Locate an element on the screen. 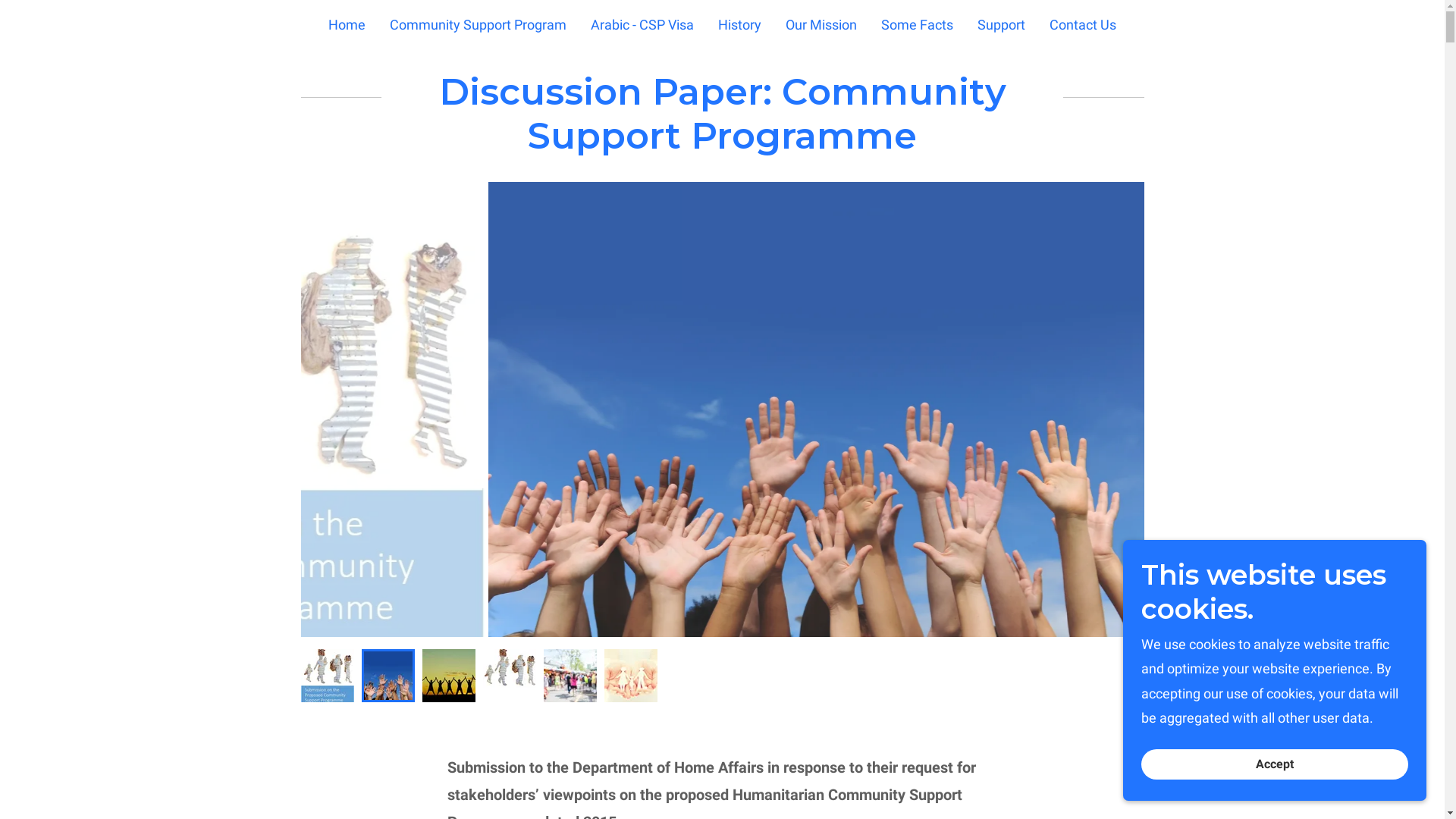 The image size is (1456, 819). 'Home' is located at coordinates (346, 24).